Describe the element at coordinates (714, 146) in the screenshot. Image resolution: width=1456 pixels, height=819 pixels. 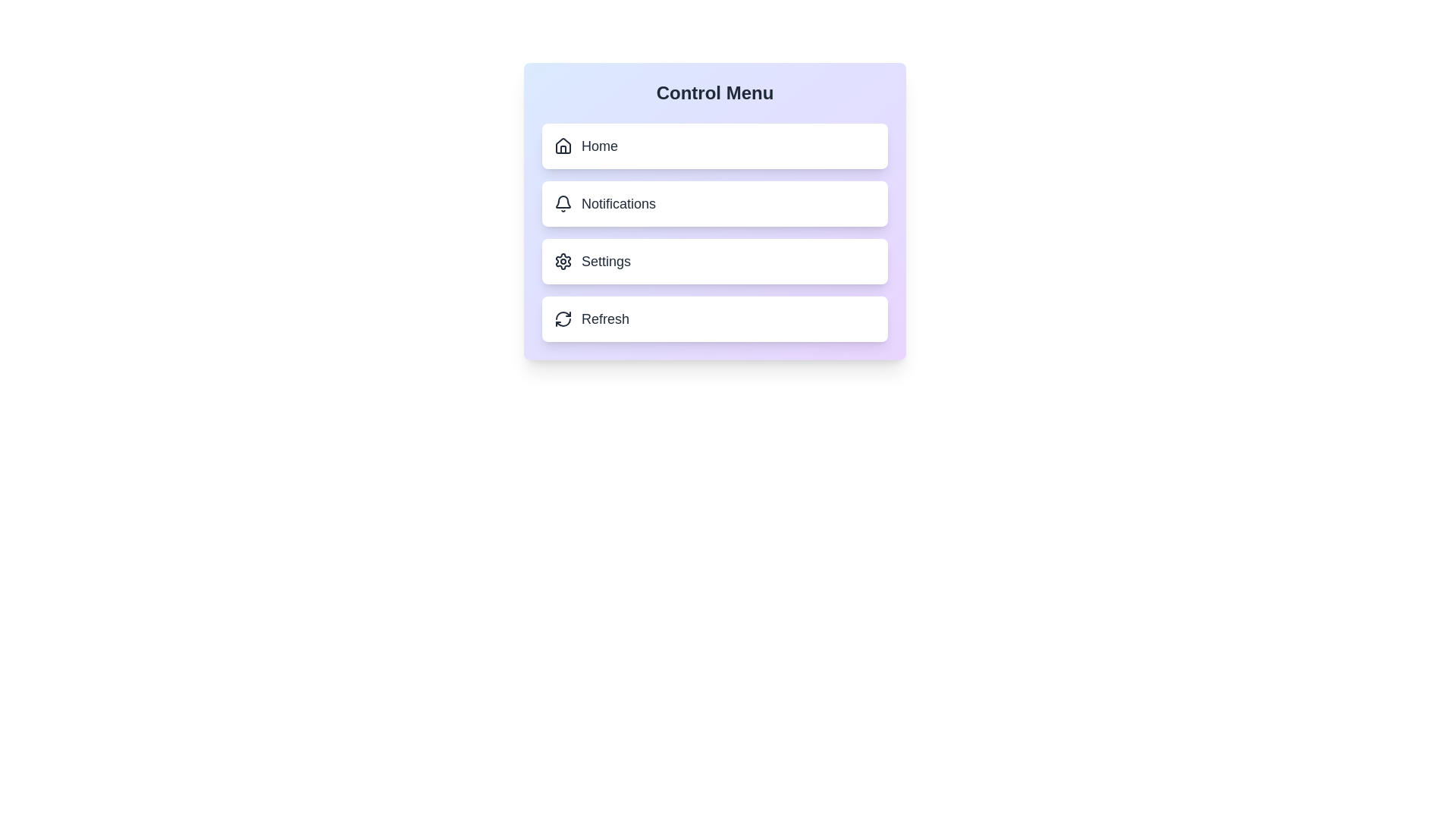
I see `the Home button to select the corresponding menu option` at that location.